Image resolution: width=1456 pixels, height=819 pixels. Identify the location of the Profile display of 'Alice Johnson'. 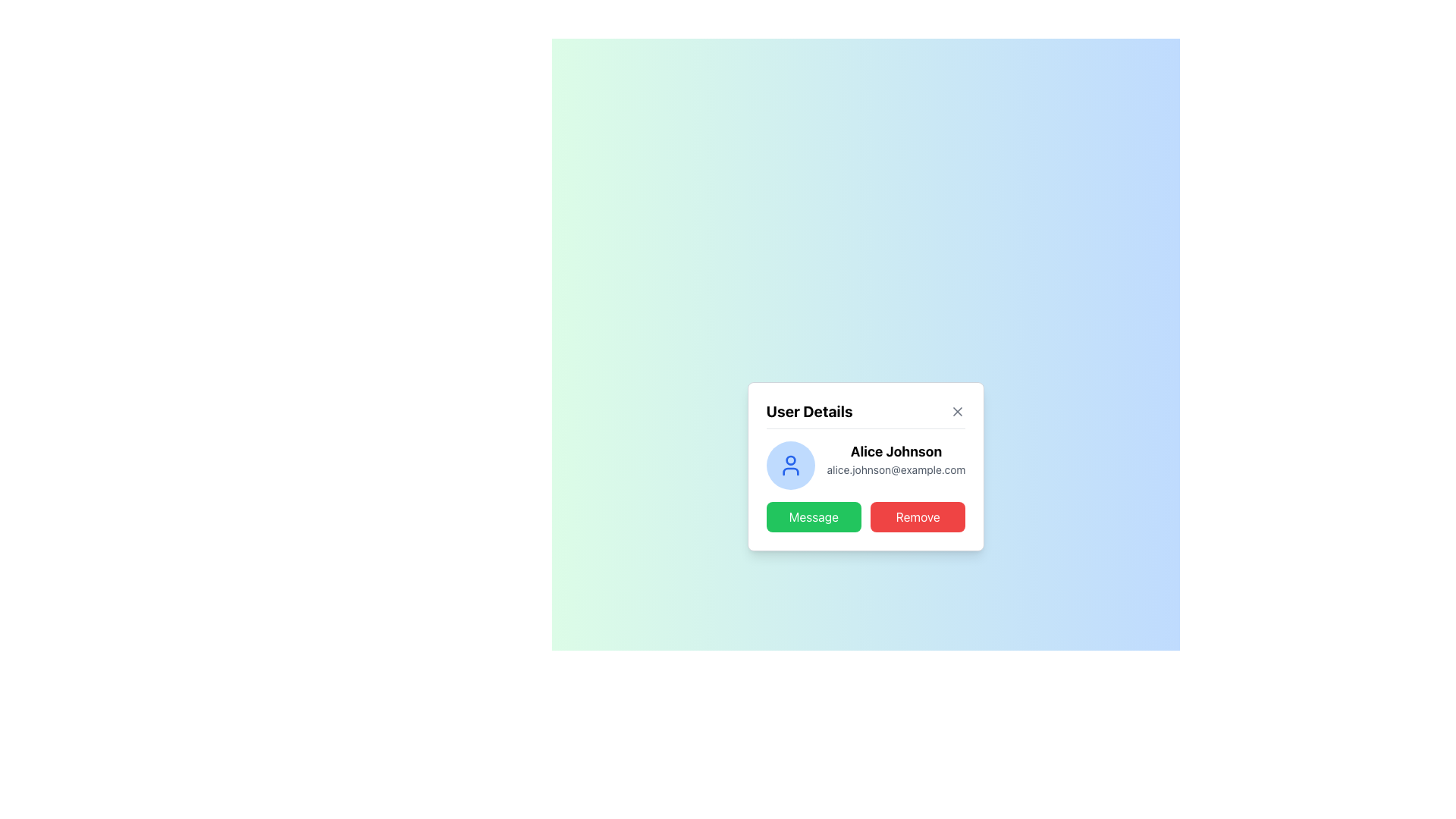
(866, 464).